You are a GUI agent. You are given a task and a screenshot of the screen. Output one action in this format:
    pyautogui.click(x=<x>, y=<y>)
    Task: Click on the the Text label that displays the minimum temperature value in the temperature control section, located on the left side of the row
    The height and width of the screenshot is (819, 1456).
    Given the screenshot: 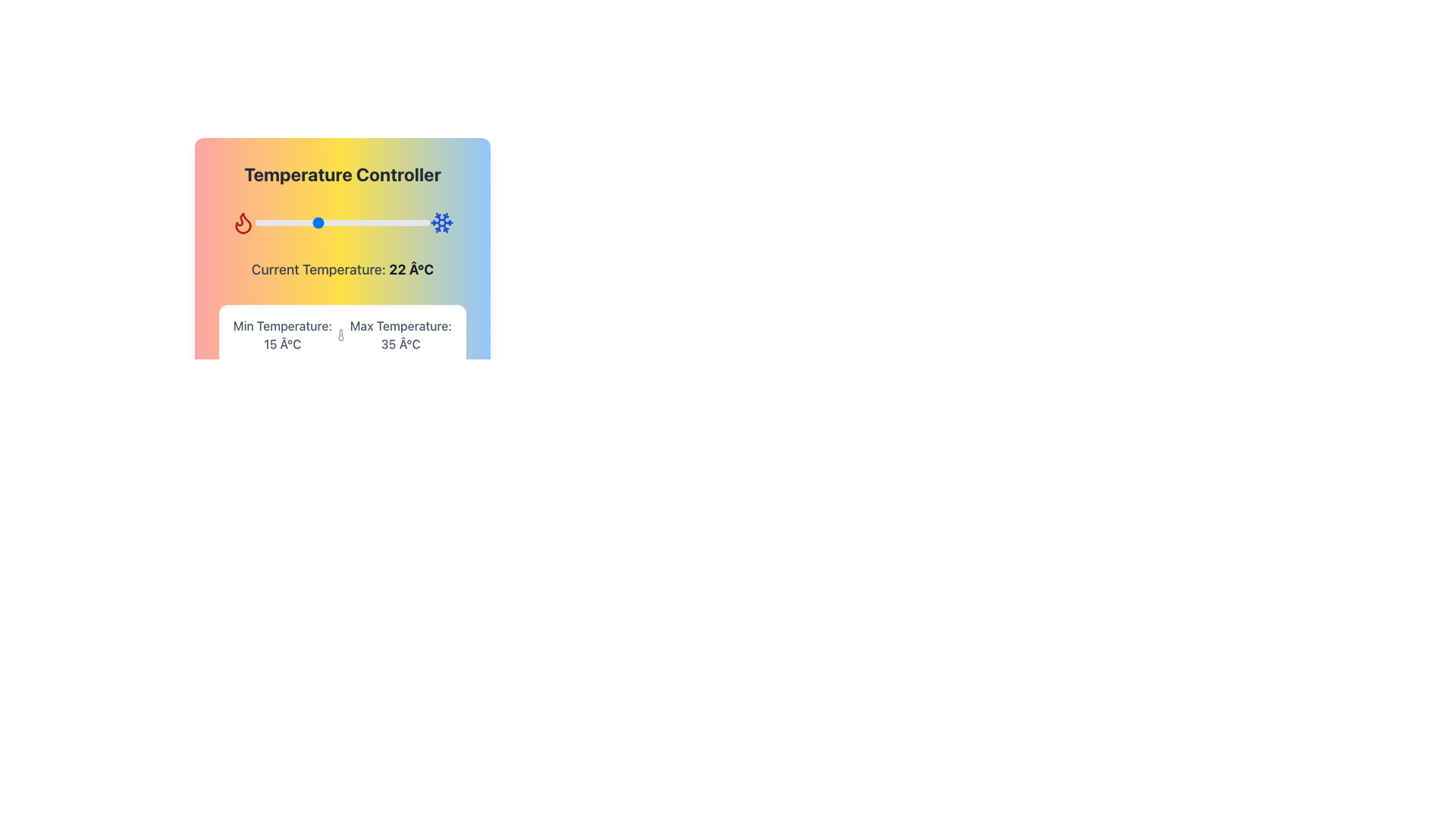 What is the action you would take?
    pyautogui.click(x=282, y=334)
    